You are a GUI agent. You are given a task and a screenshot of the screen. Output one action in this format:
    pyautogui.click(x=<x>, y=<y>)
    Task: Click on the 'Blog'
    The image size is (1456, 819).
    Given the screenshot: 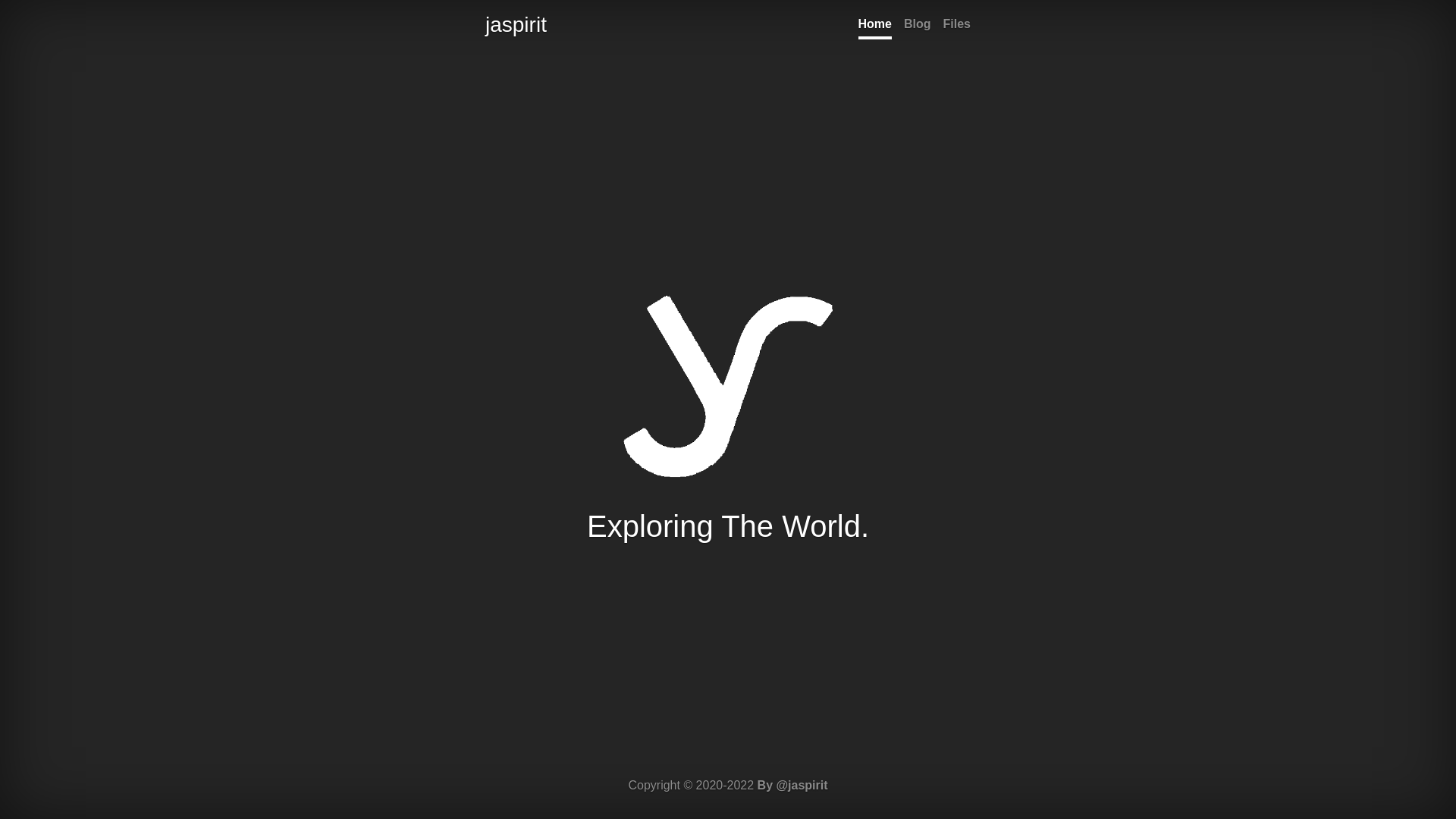 What is the action you would take?
    pyautogui.click(x=916, y=26)
    